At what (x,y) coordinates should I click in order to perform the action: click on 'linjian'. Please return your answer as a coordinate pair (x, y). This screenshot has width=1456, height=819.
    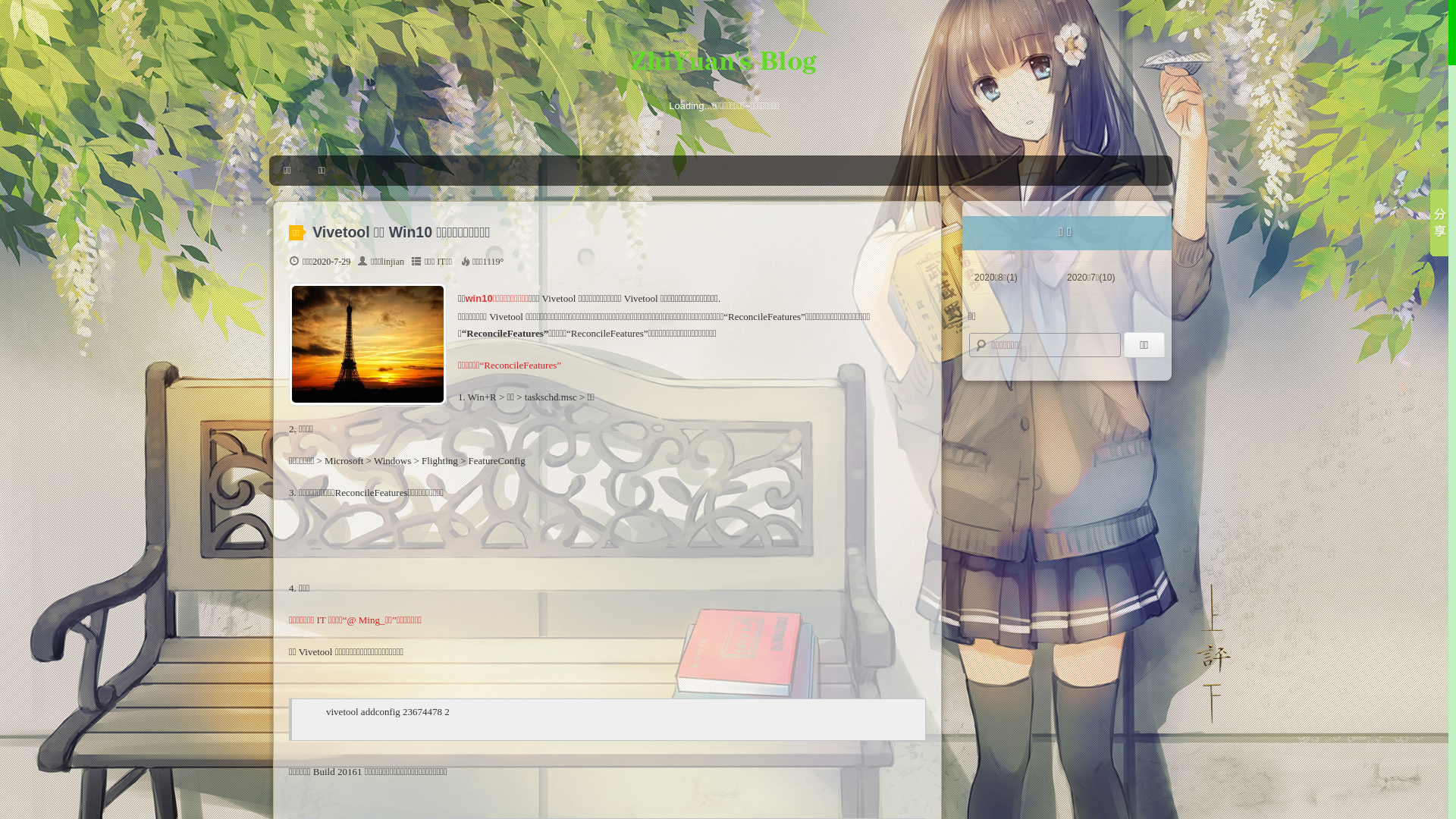
    Looking at the image, I should click on (392, 260).